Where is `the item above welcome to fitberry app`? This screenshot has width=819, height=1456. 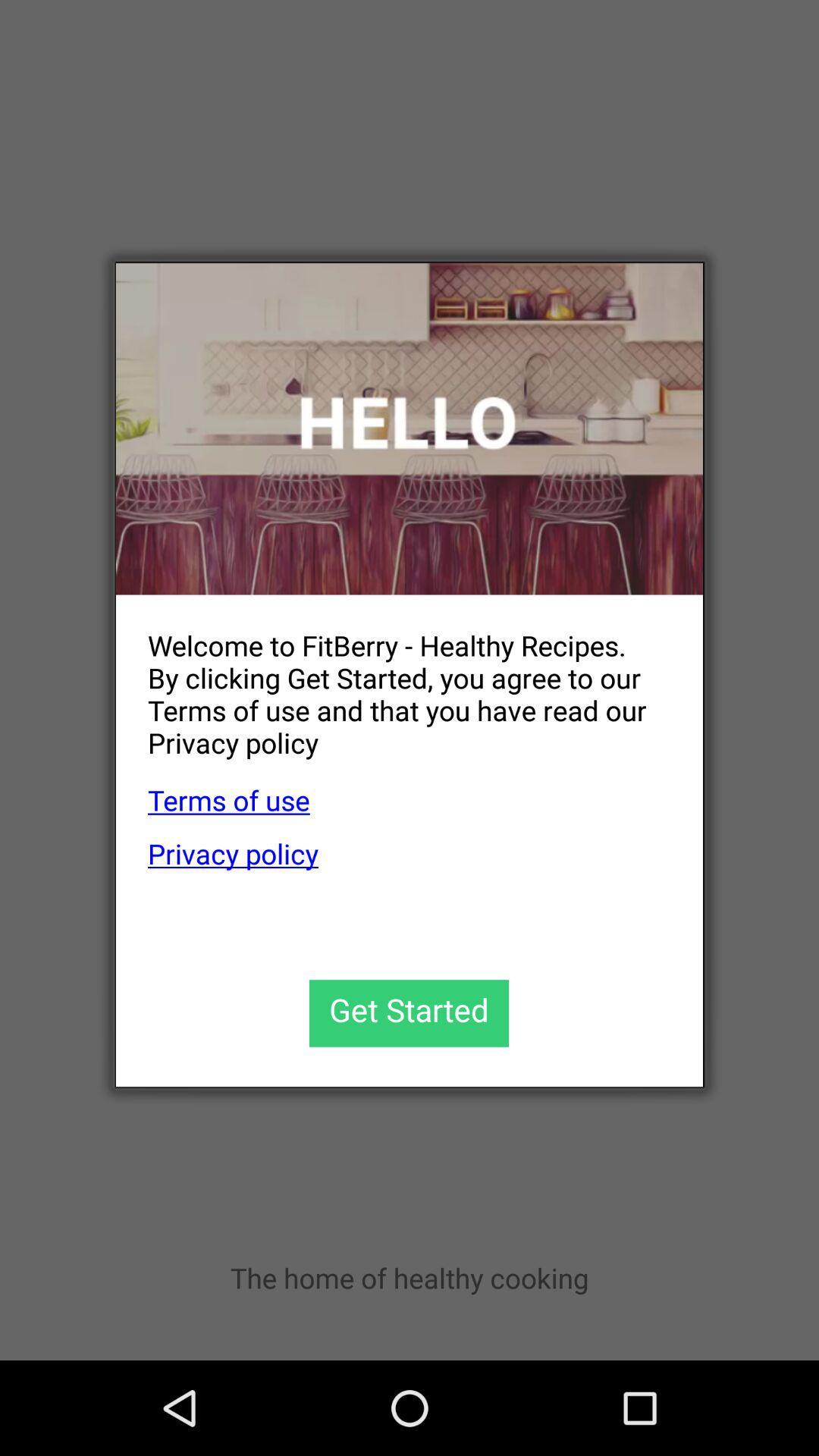
the item above welcome to fitberry app is located at coordinates (409, 428).